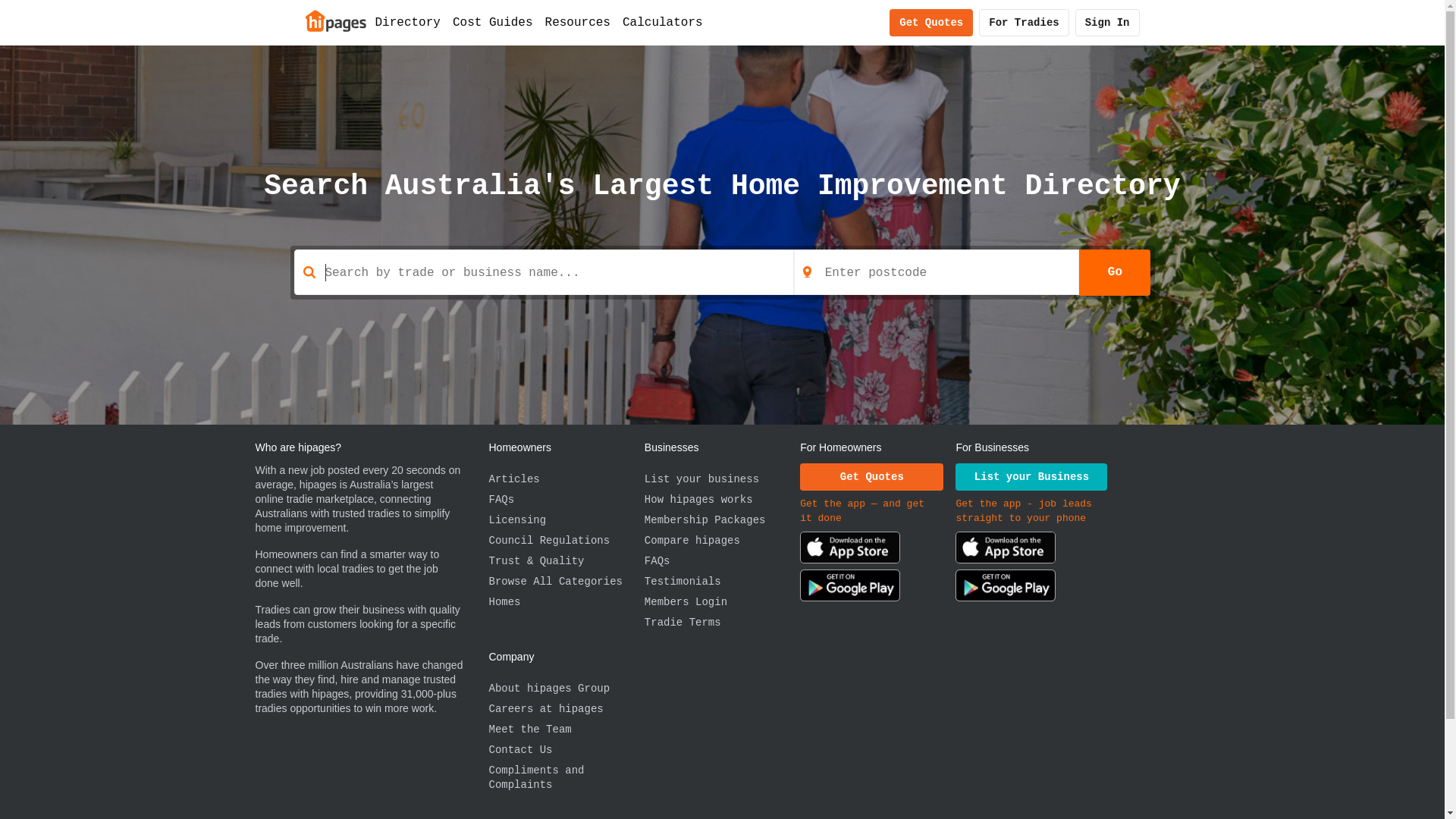  Describe the element at coordinates (407, 23) in the screenshot. I see `'Directory'` at that location.